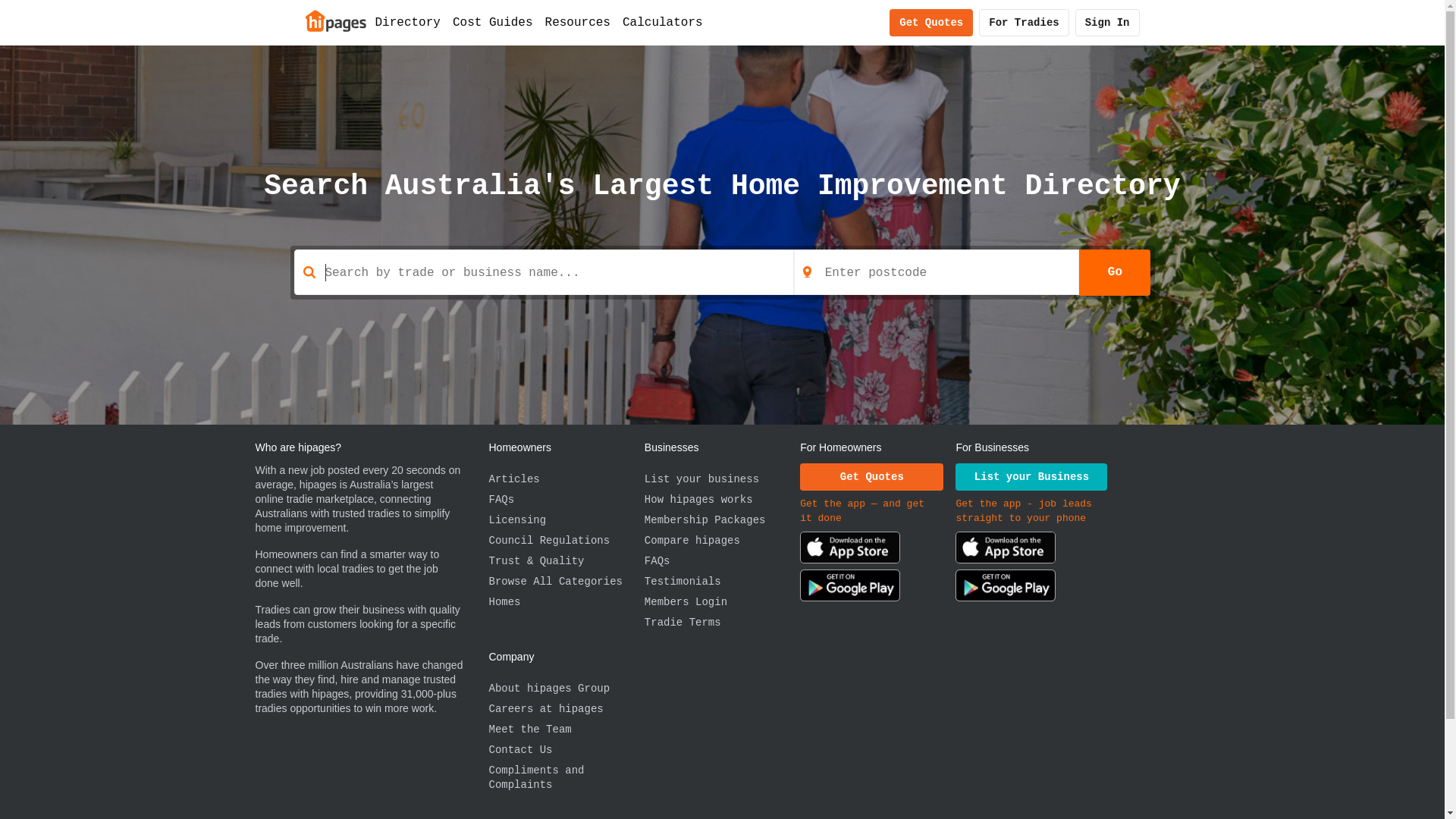  Describe the element at coordinates (407, 23) in the screenshot. I see `'Directory'` at that location.